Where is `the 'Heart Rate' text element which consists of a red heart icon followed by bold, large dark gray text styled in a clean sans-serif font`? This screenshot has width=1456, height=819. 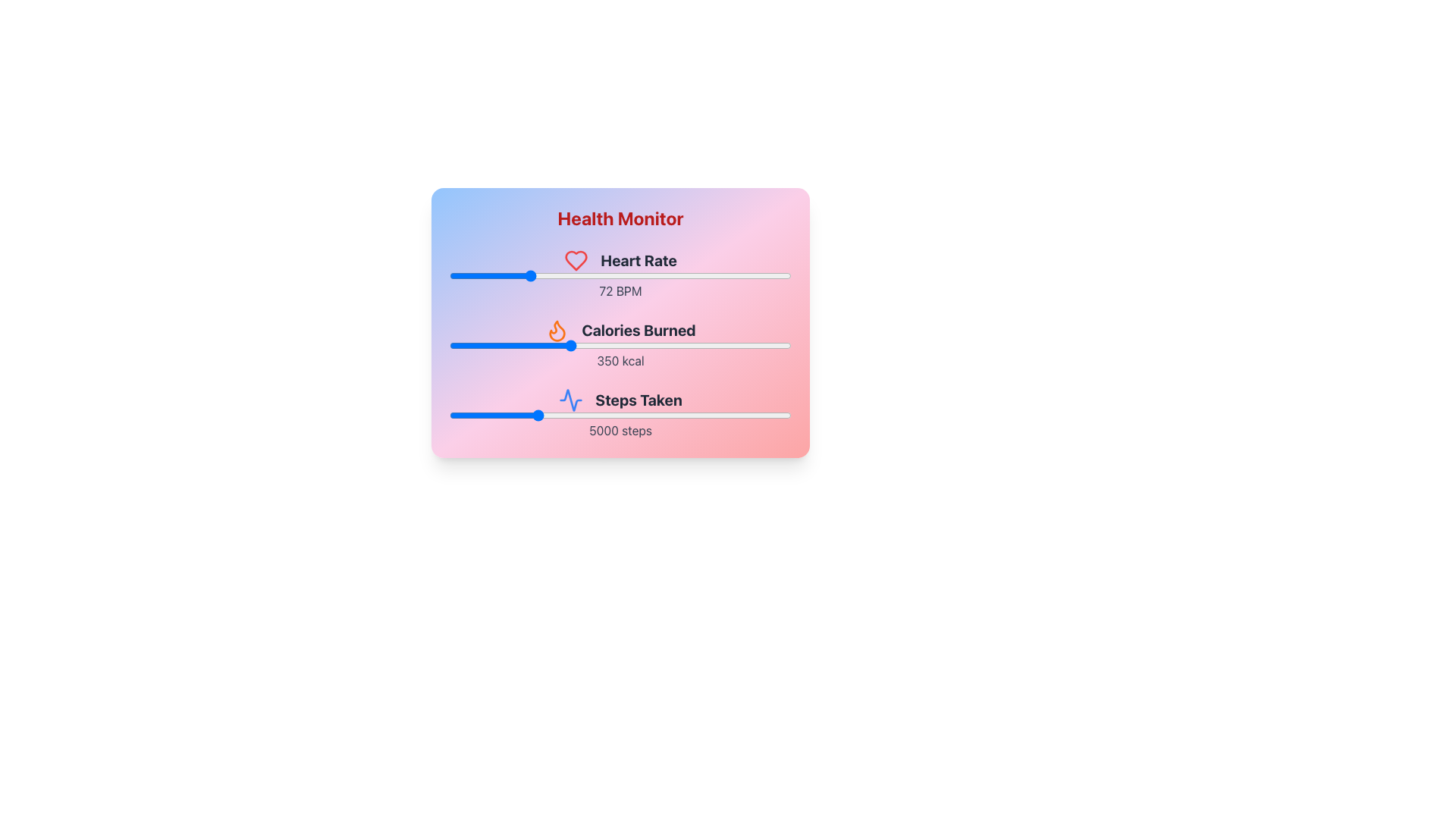
the 'Heart Rate' text element which consists of a red heart icon followed by bold, large dark gray text styled in a clean sans-serif font is located at coordinates (620, 259).